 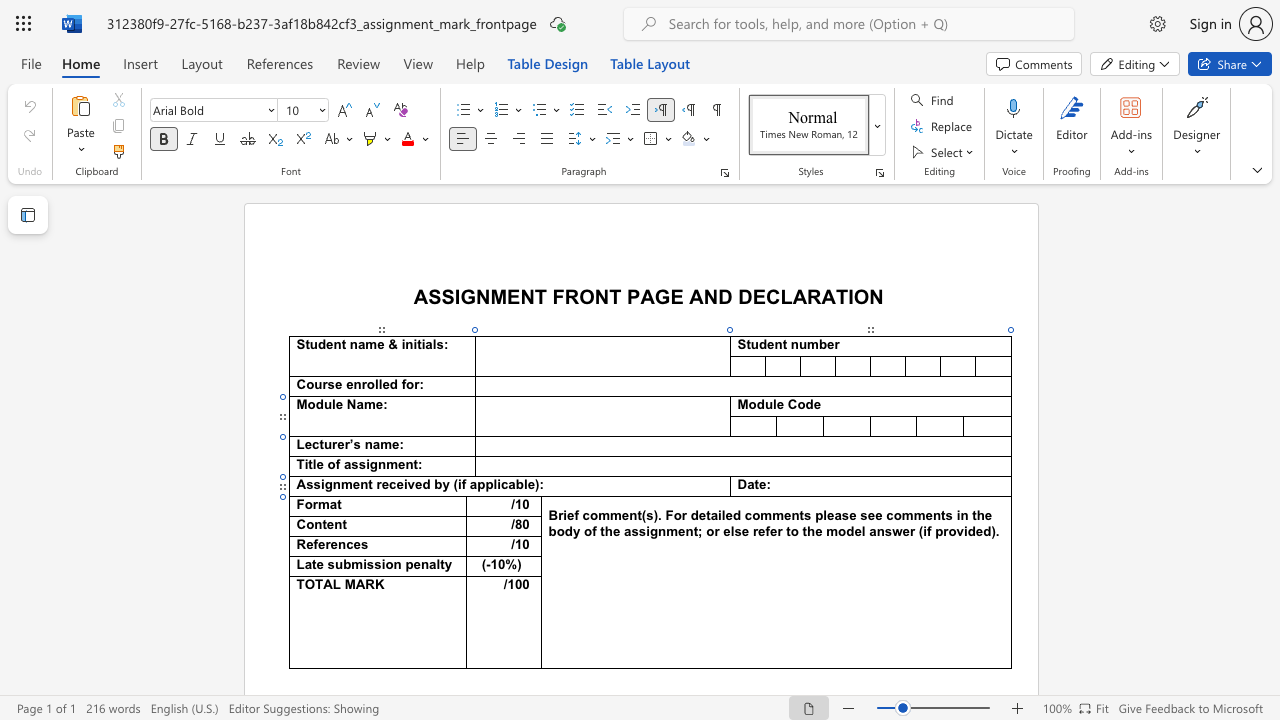 What do you see at coordinates (314, 544) in the screenshot?
I see `the 1th character "f" in the text` at bounding box center [314, 544].